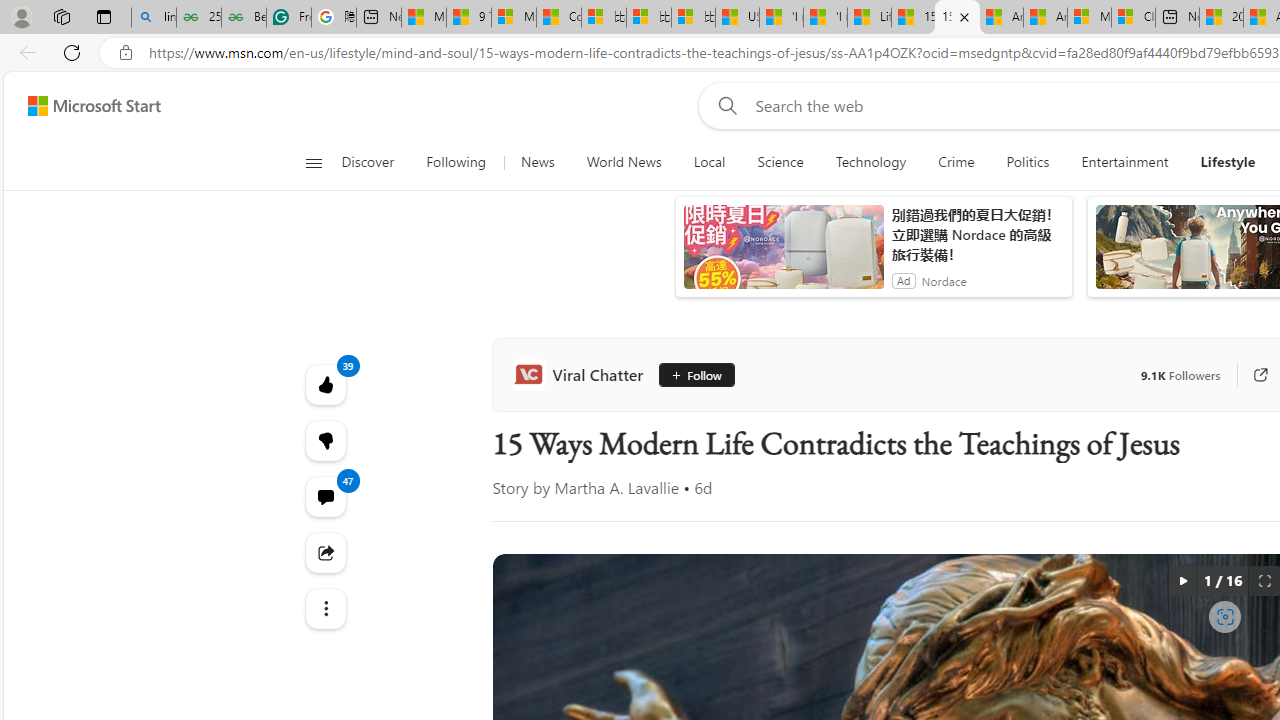 The height and width of the screenshot is (720, 1280). I want to click on 'Back', so click(24, 51).